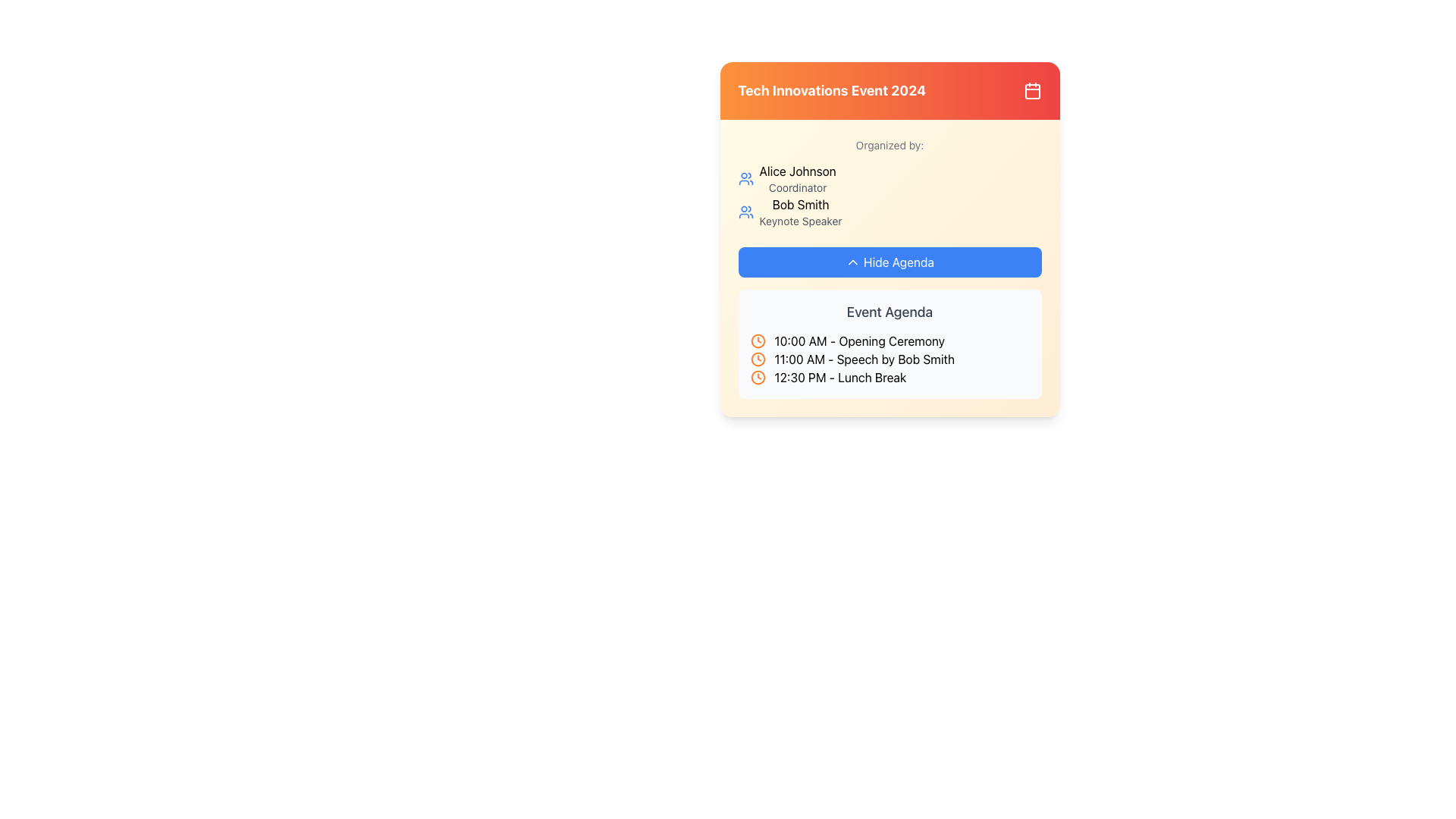 The height and width of the screenshot is (819, 1456). What do you see at coordinates (839, 376) in the screenshot?
I see `the text label displaying '12:30 PM - Lunch Break' to select the text` at bounding box center [839, 376].